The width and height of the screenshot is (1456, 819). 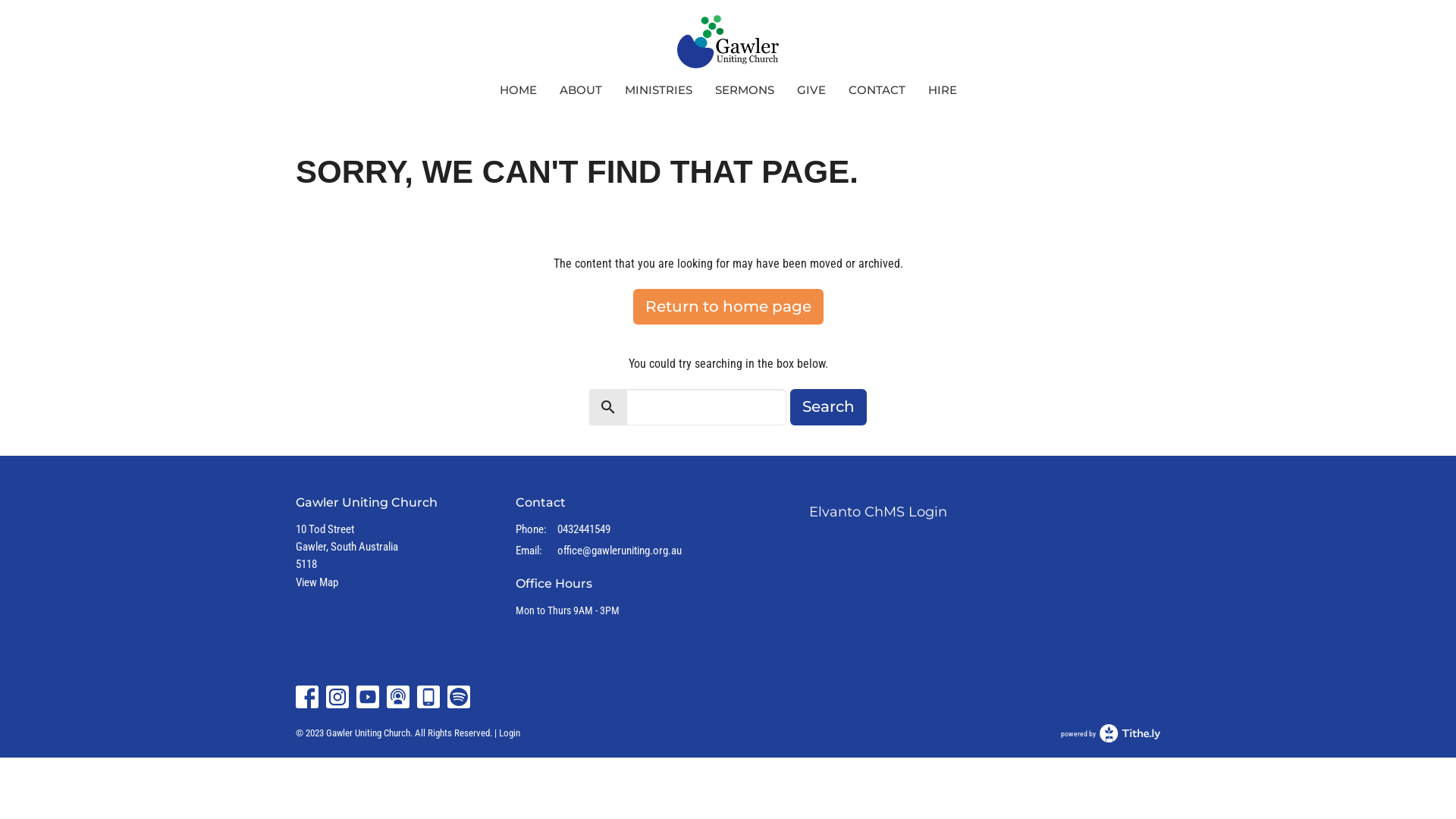 What do you see at coordinates (632, 306) in the screenshot?
I see `'Return to home page'` at bounding box center [632, 306].